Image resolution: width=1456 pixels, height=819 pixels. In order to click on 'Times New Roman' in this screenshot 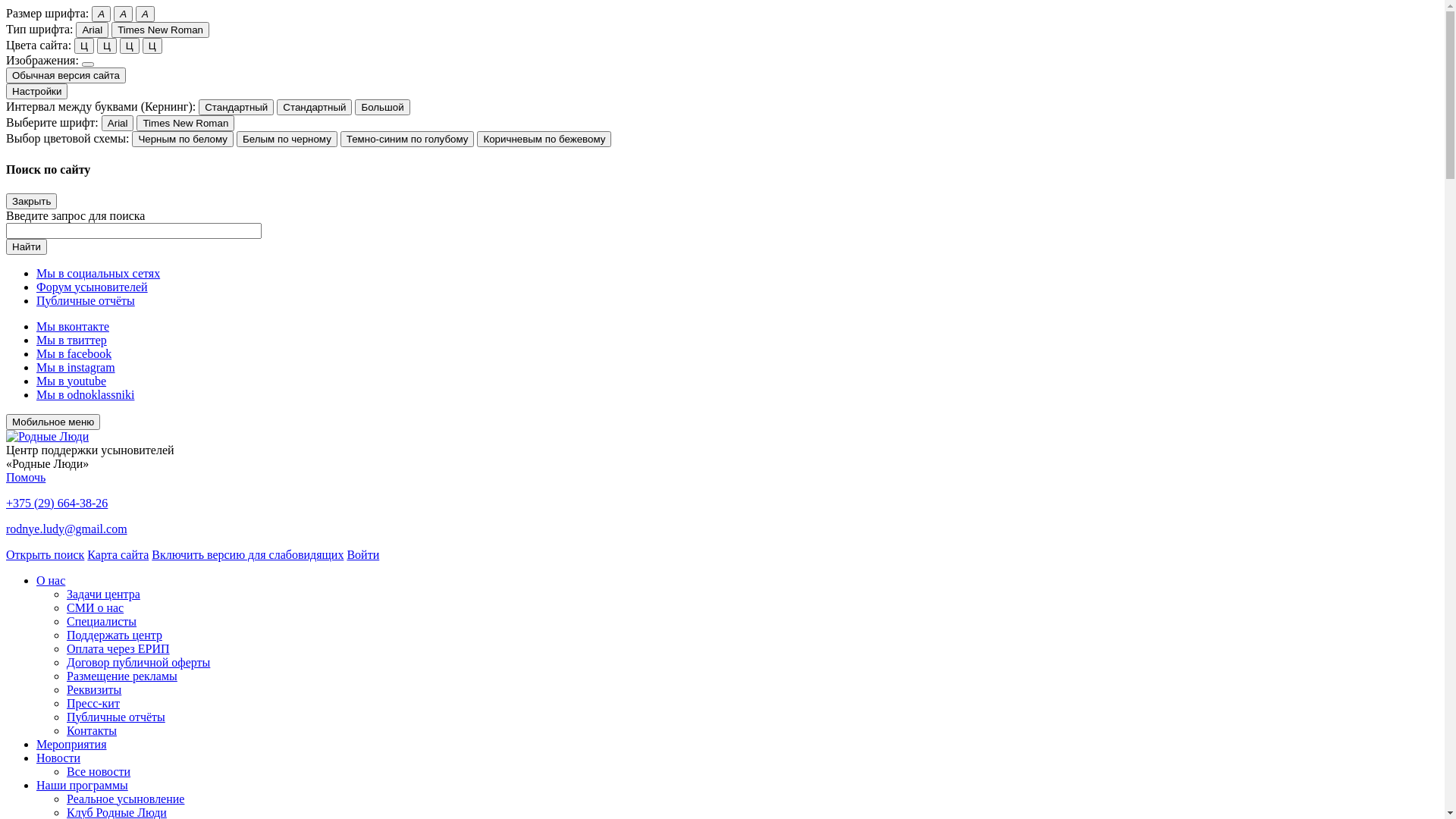, I will do `click(160, 30)`.